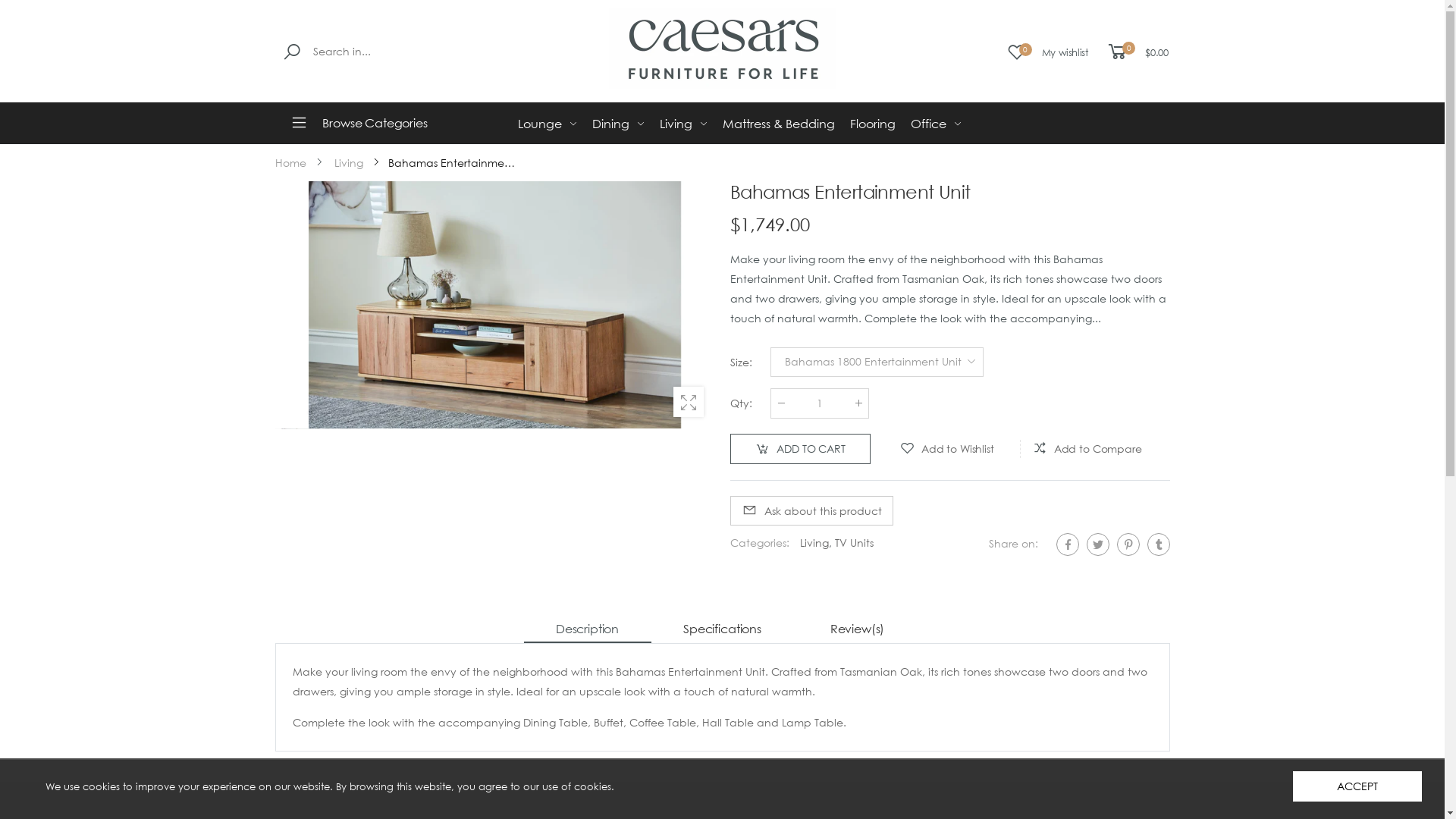  Describe the element at coordinates (1046, 51) in the screenshot. I see `'0` at that location.